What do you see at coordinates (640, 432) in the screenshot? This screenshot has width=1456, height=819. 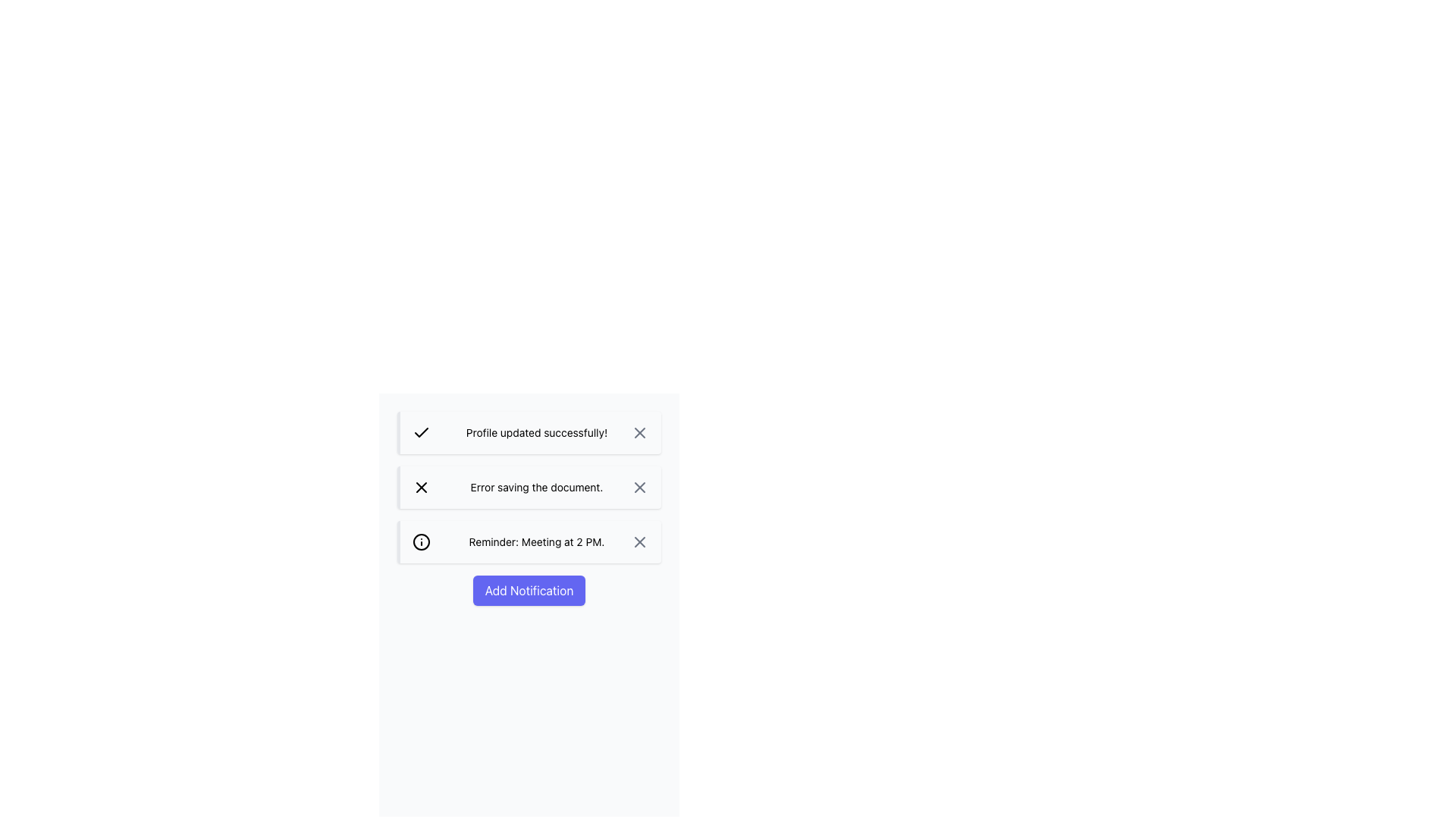 I see `the close button icon located at the far right of the notification that says 'Profile updated successfully!'` at bounding box center [640, 432].